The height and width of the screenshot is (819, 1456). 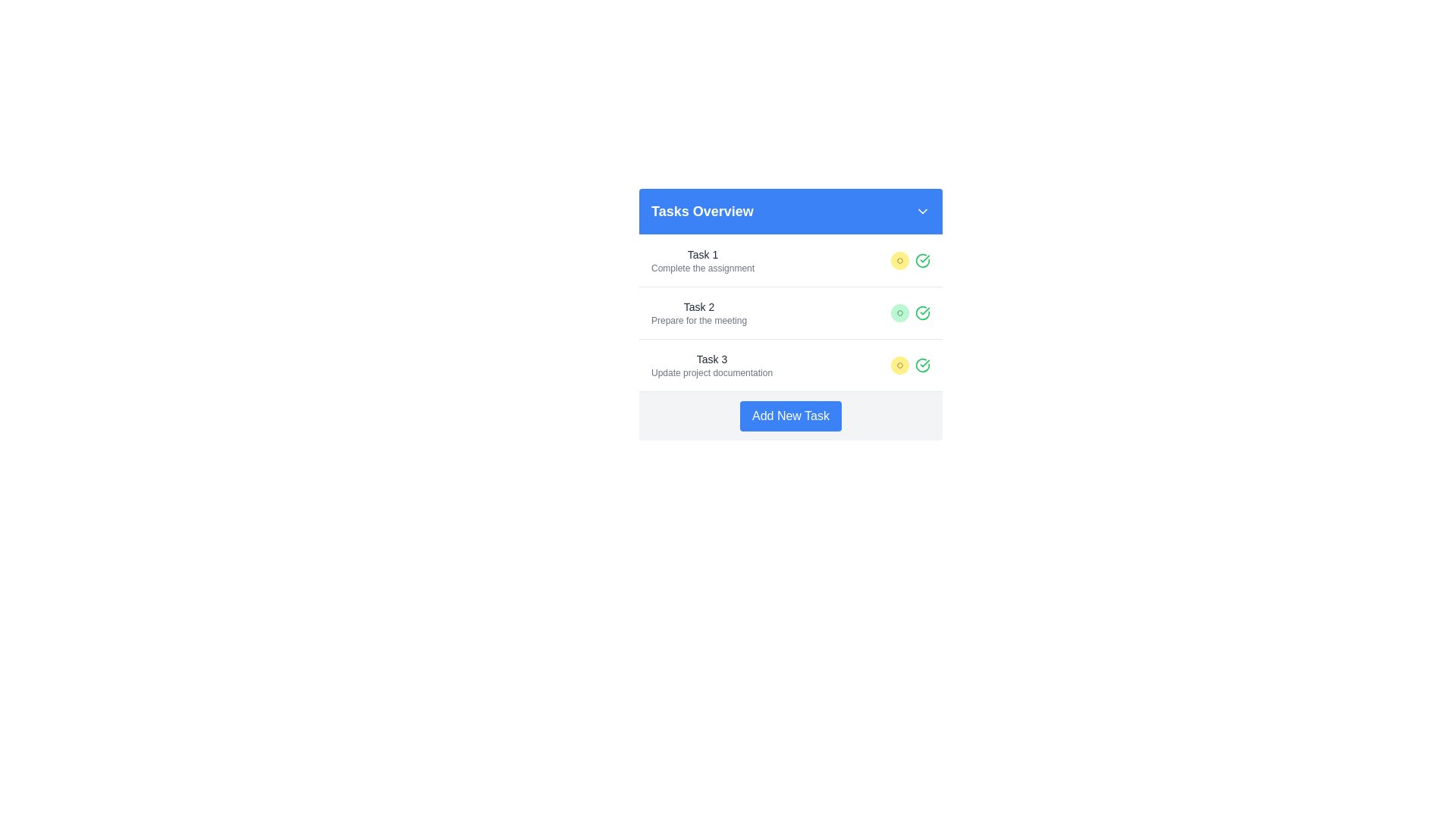 What do you see at coordinates (789, 416) in the screenshot?
I see `the blue button labeled 'Add New Task' located at the bottom of the 'Tasks Overview' card` at bounding box center [789, 416].